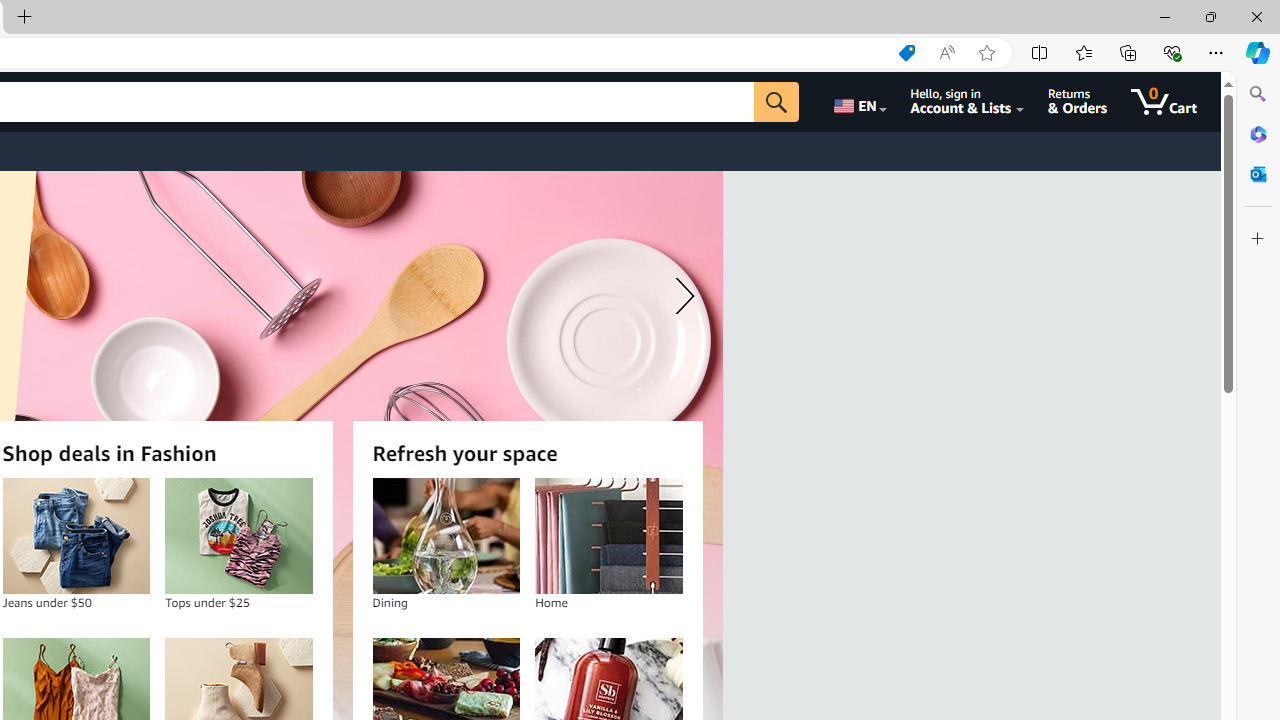 The image size is (1280, 720). I want to click on 'Tops under $25', so click(238, 535).